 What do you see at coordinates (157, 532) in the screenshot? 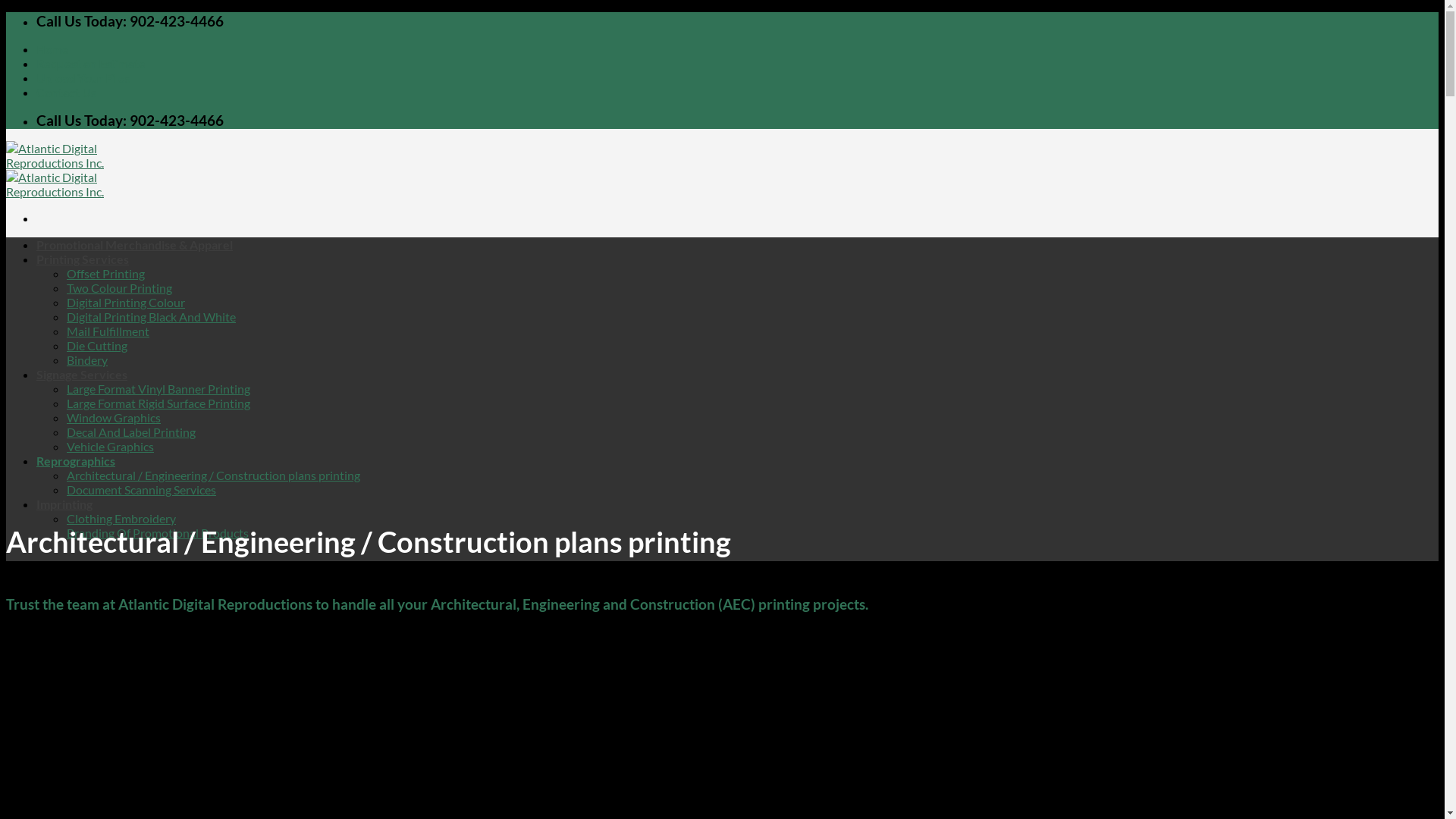
I see `'Branding Of Promotional Products'` at bounding box center [157, 532].